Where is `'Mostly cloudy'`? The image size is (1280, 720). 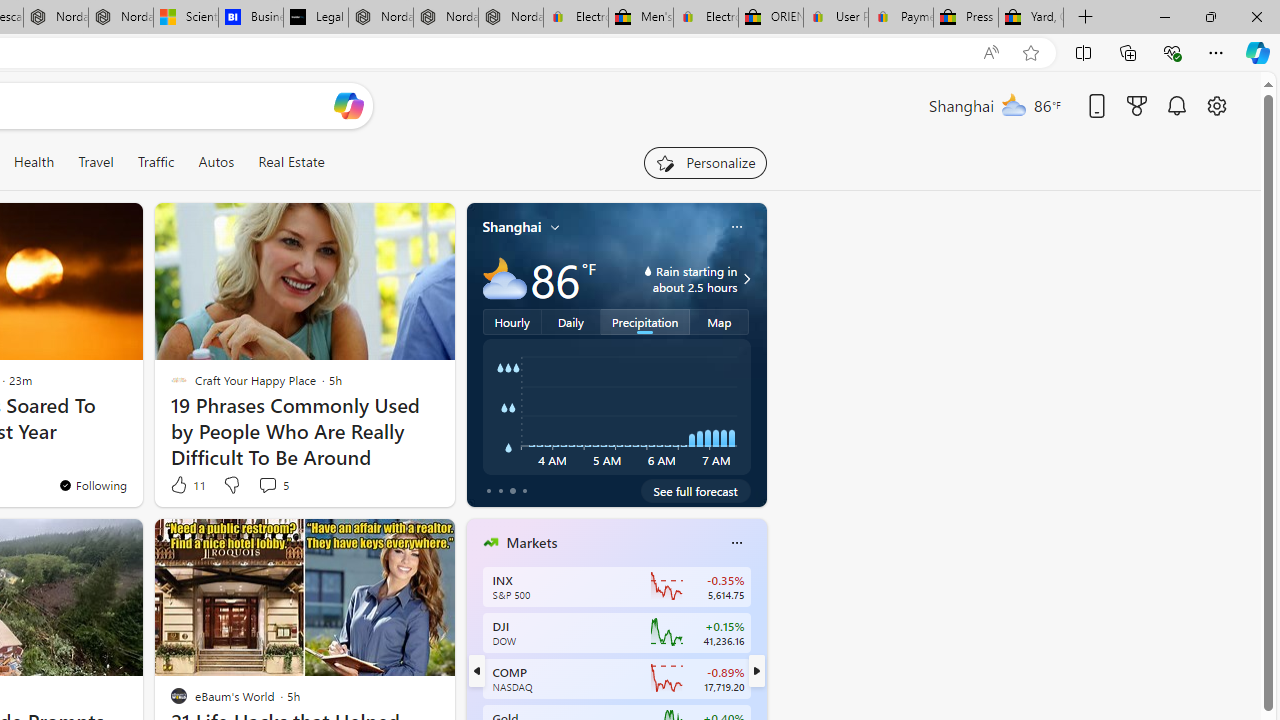 'Mostly cloudy' is located at coordinates (504, 279).